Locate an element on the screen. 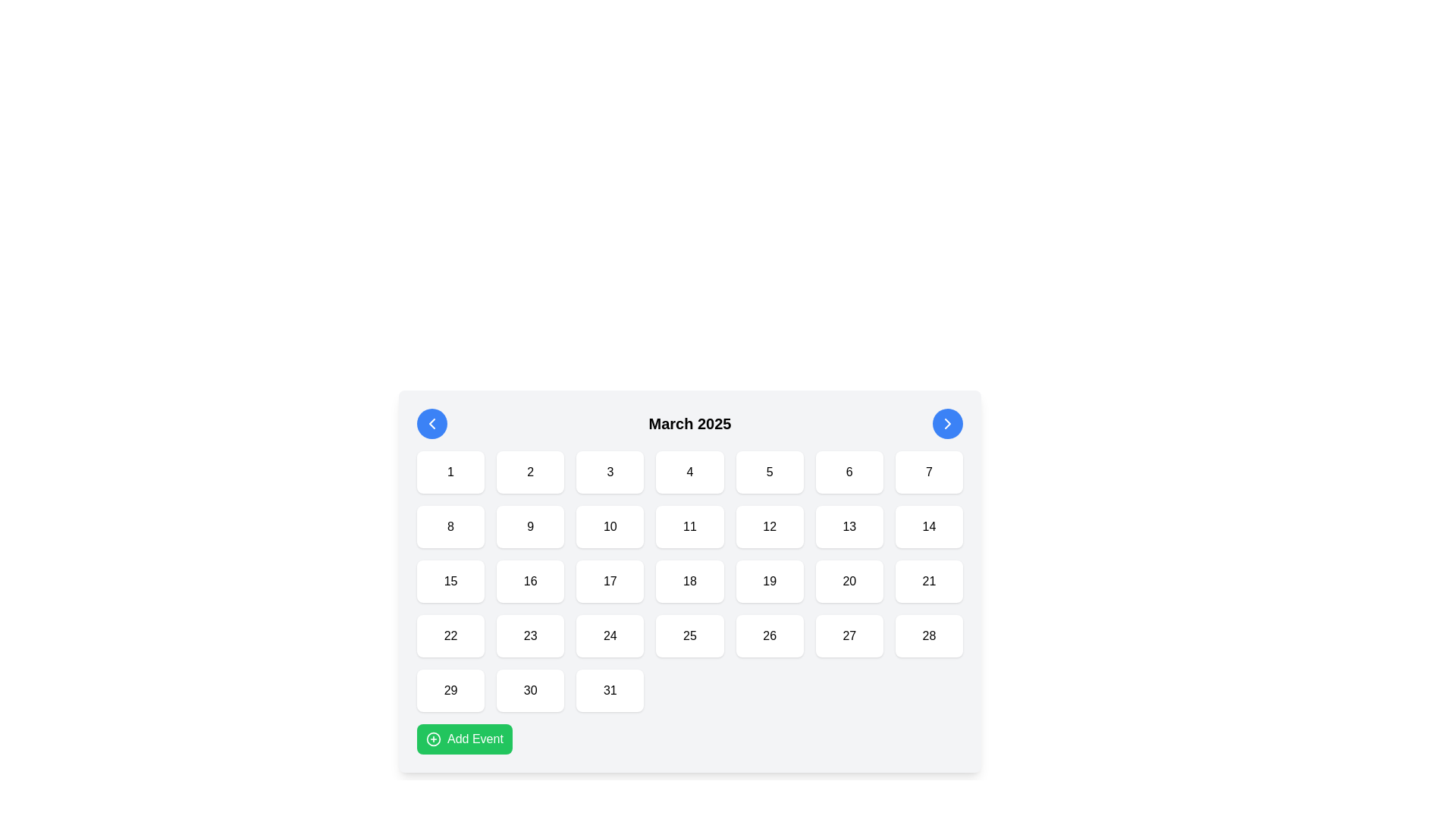  a specific day within the Calendar grid, which visually represents the month's days and is centrally located beneath the month header is located at coordinates (689, 581).